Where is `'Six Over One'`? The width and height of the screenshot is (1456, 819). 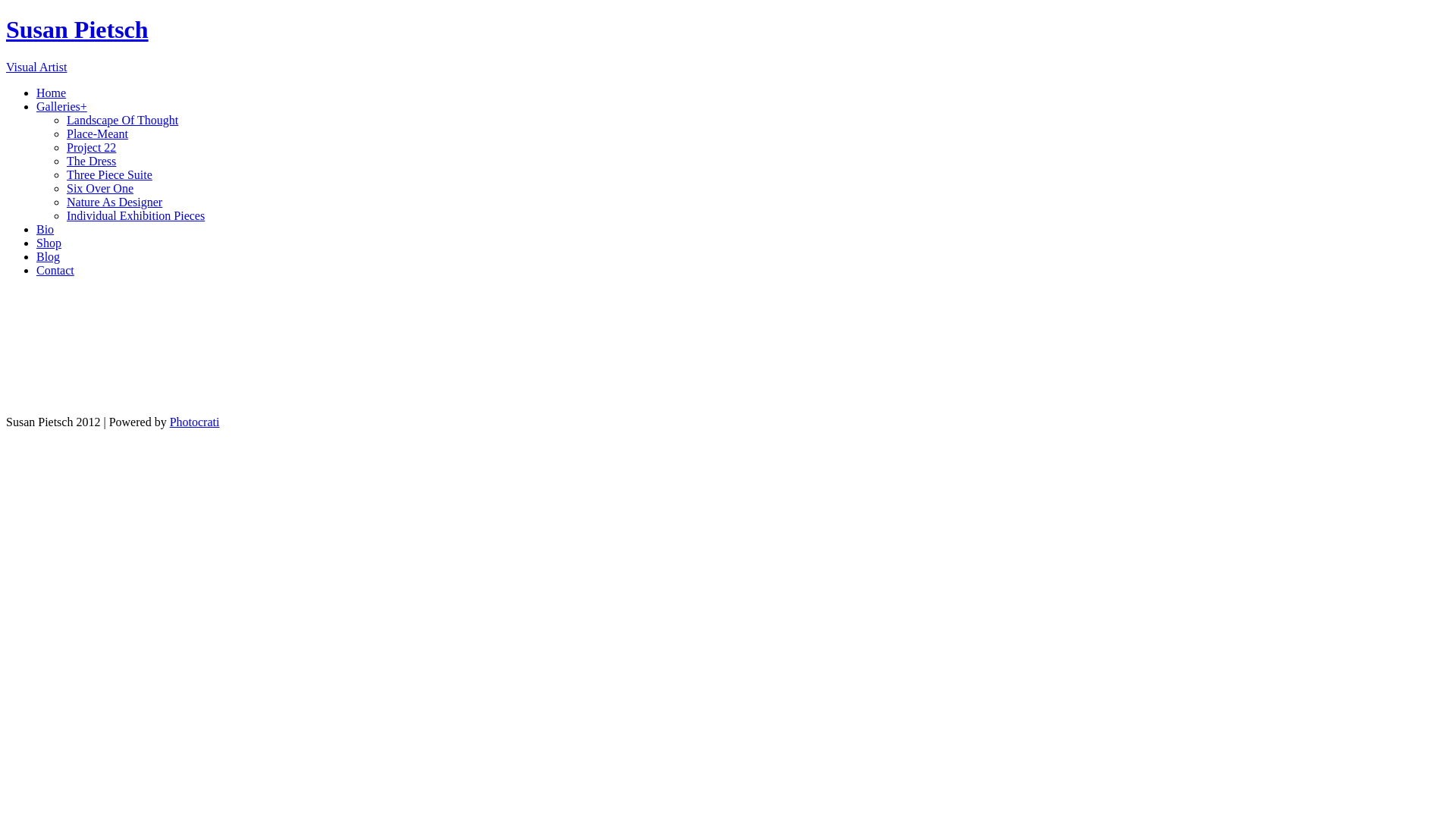 'Six Over One' is located at coordinates (99, 187).